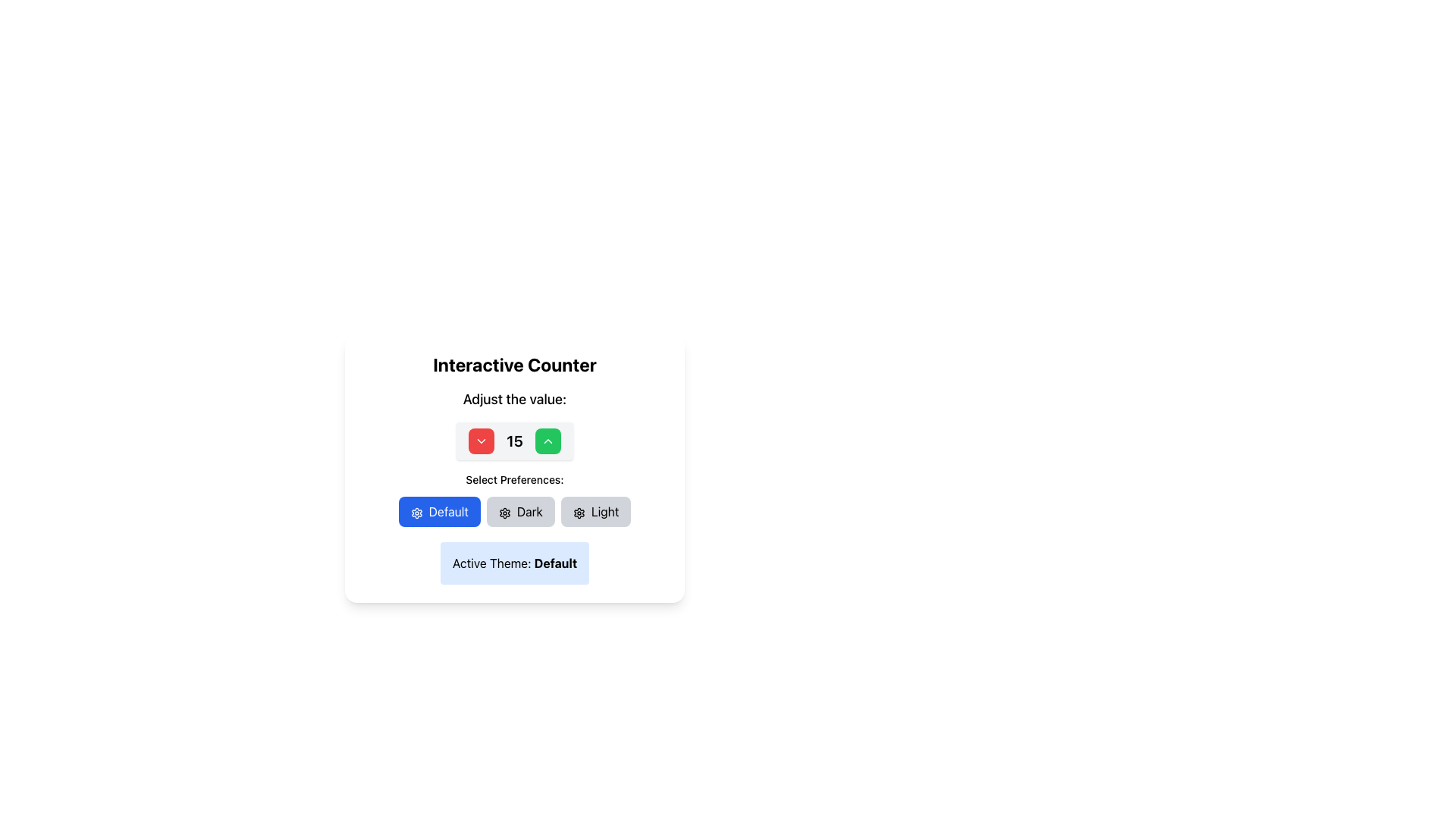 This screenshot has width=1456, height=819. I want to click on the red button with a white chevron pointing downwards, located to the left of the number '15' label within the 'Interactive Counter' component, so click(481, 441).